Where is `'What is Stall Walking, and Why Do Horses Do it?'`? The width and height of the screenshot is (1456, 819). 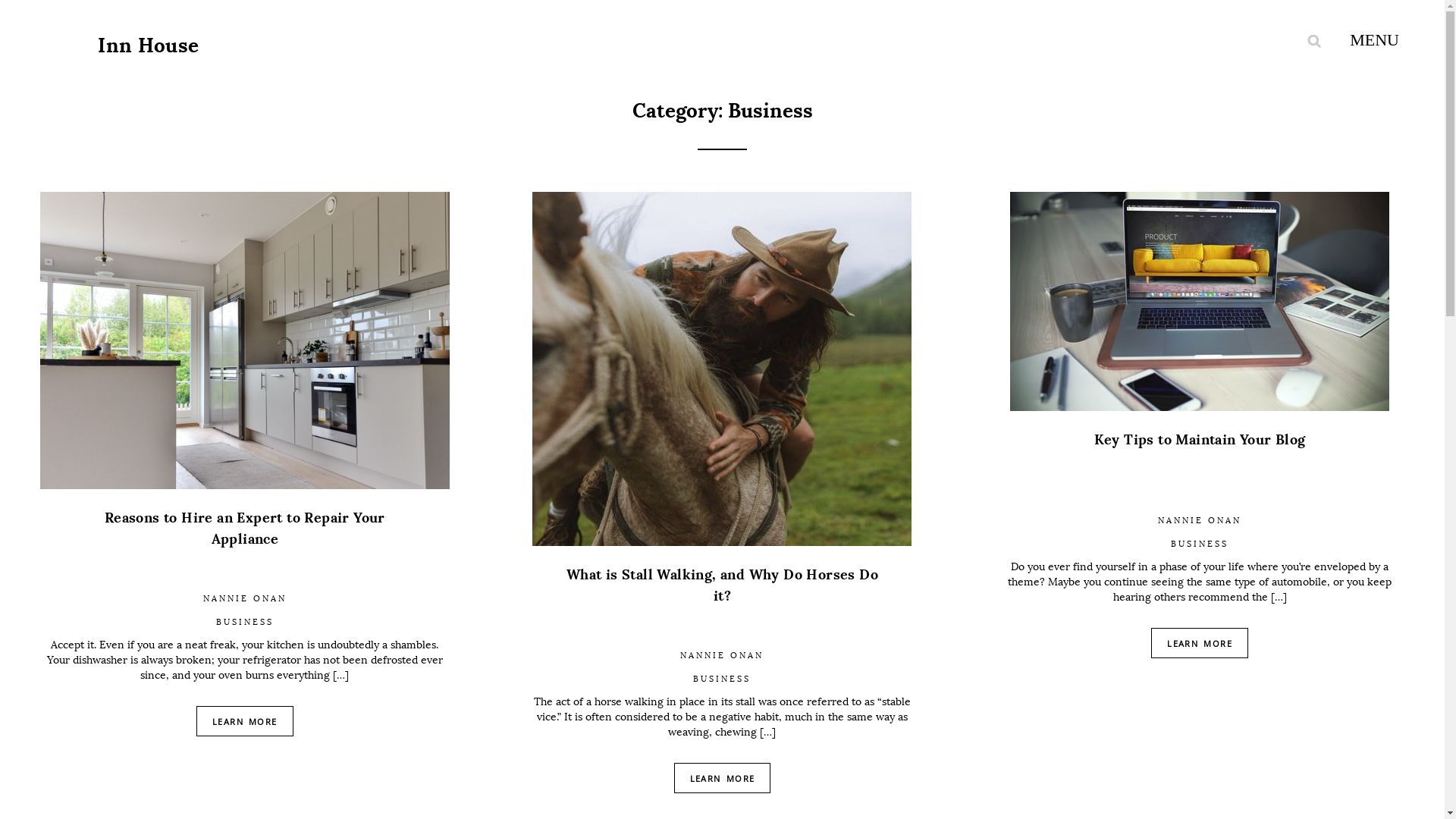
'What is Stall Walking, and Why Do Horses Do it?' is located at coordinates (722, 601).